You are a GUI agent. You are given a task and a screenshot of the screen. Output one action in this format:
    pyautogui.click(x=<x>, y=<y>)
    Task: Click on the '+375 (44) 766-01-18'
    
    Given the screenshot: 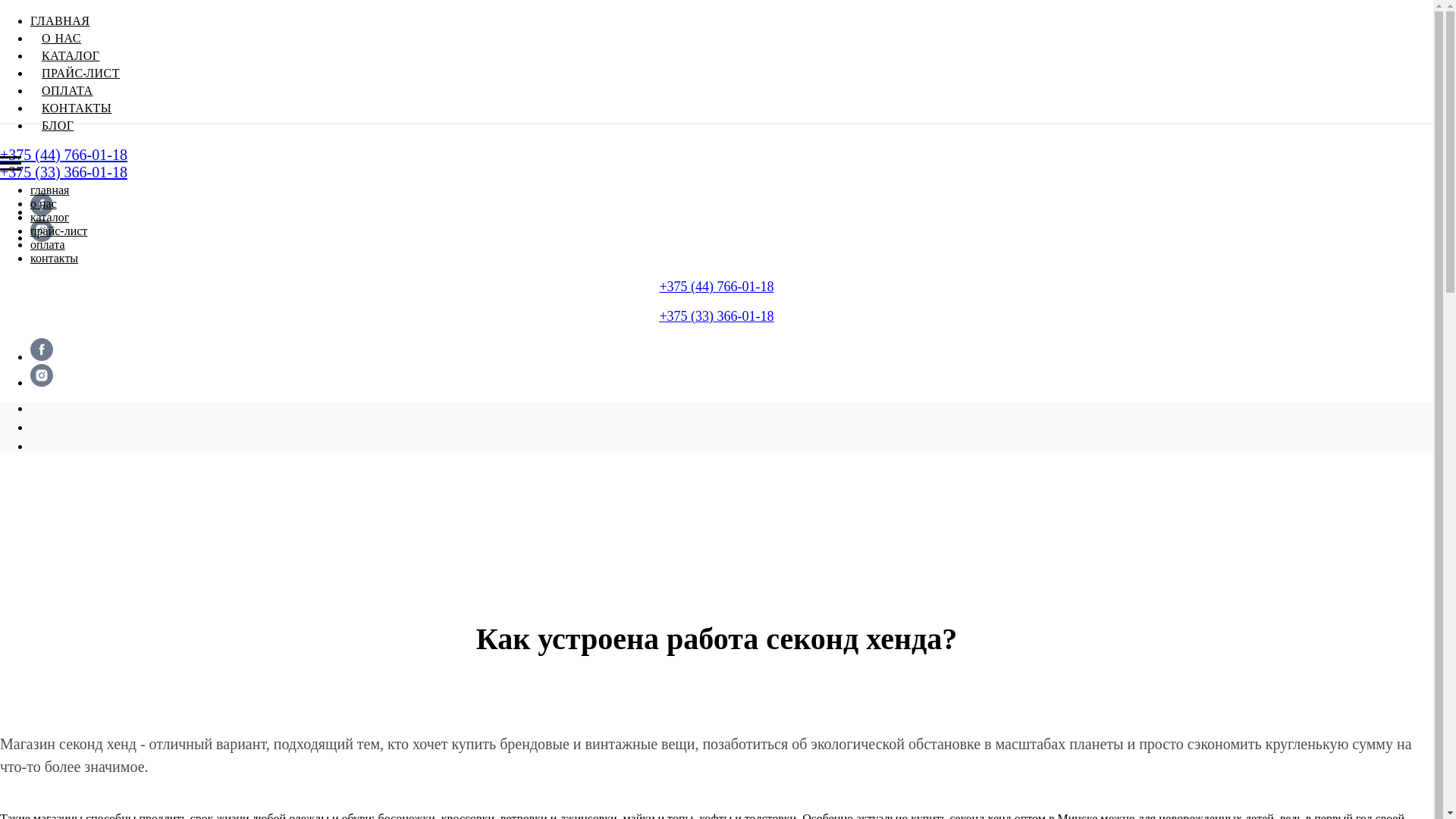 What is the action you would take?
    pyautogui.click(x=62, y=155)
    